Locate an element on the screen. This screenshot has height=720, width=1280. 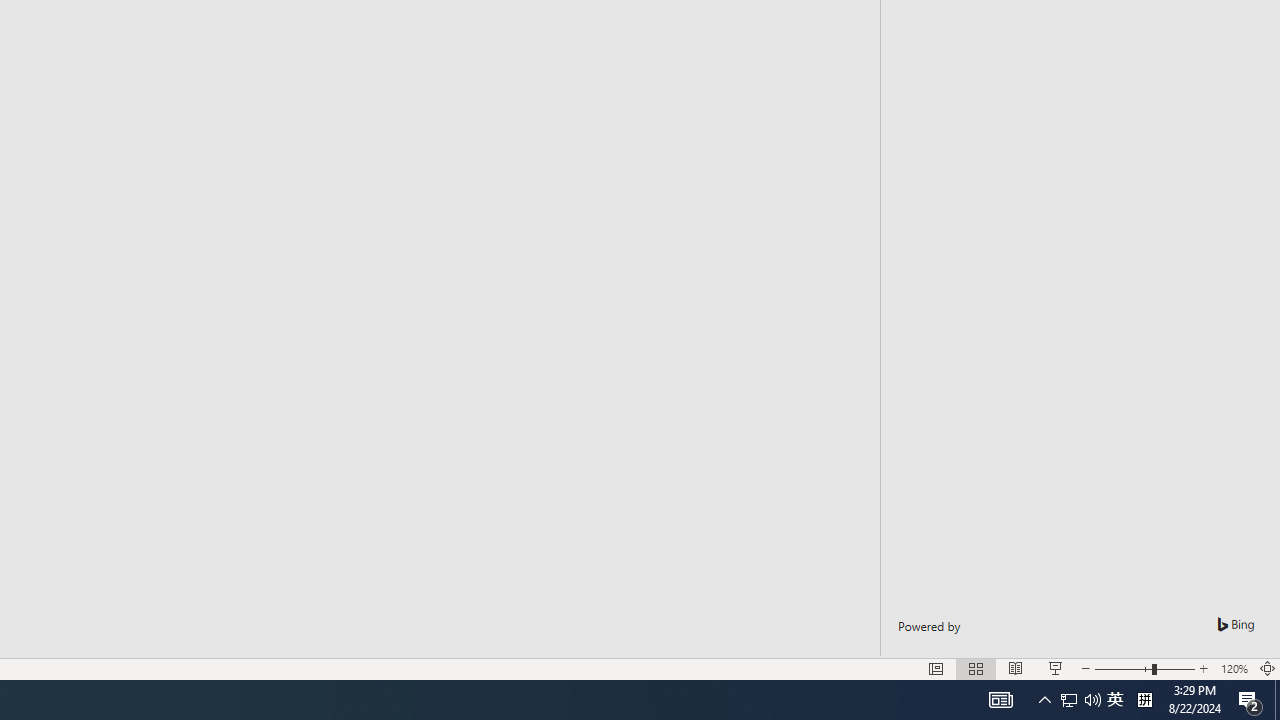
'Zoom 120%' is located at coordinates (1233, 669).